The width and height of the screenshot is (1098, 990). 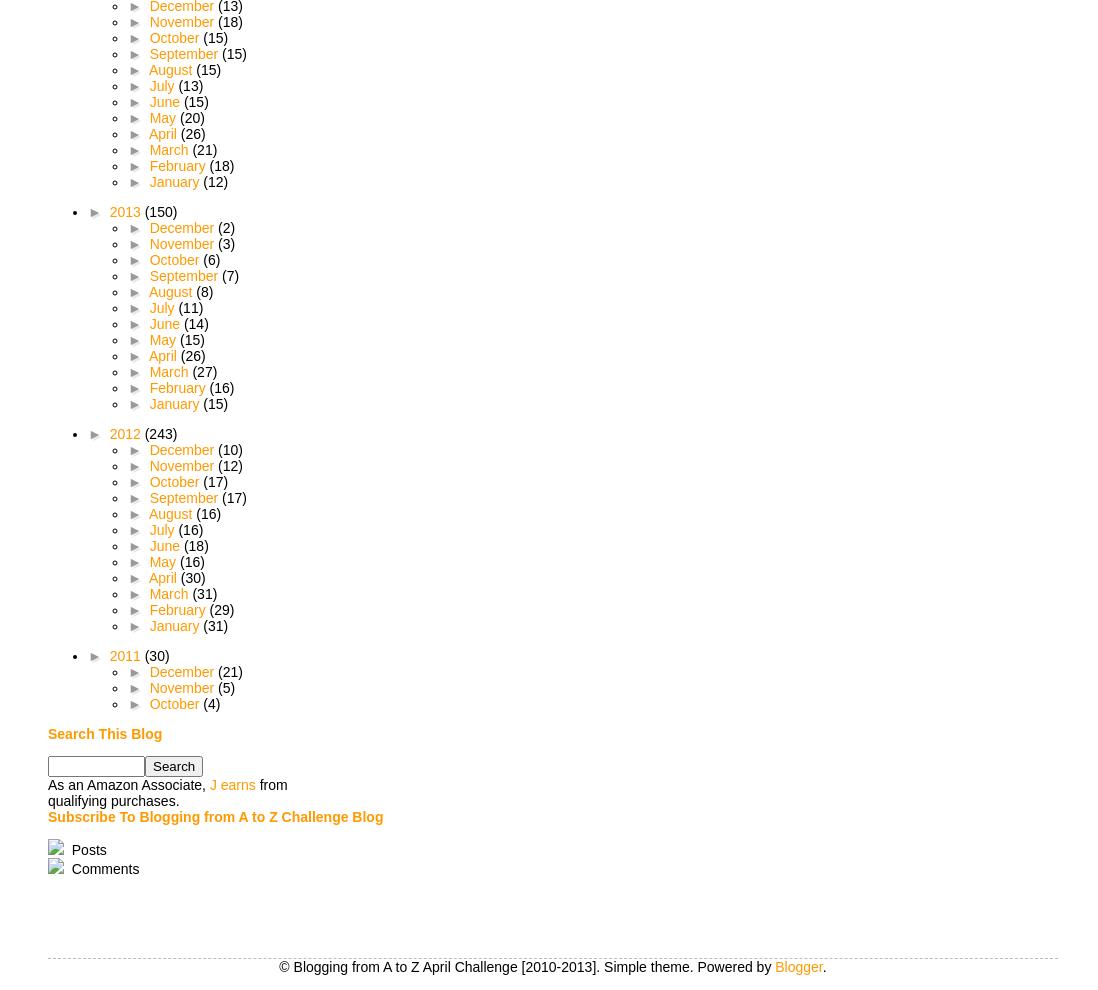 I want to click on '(6)', so click(x=210, y=259).